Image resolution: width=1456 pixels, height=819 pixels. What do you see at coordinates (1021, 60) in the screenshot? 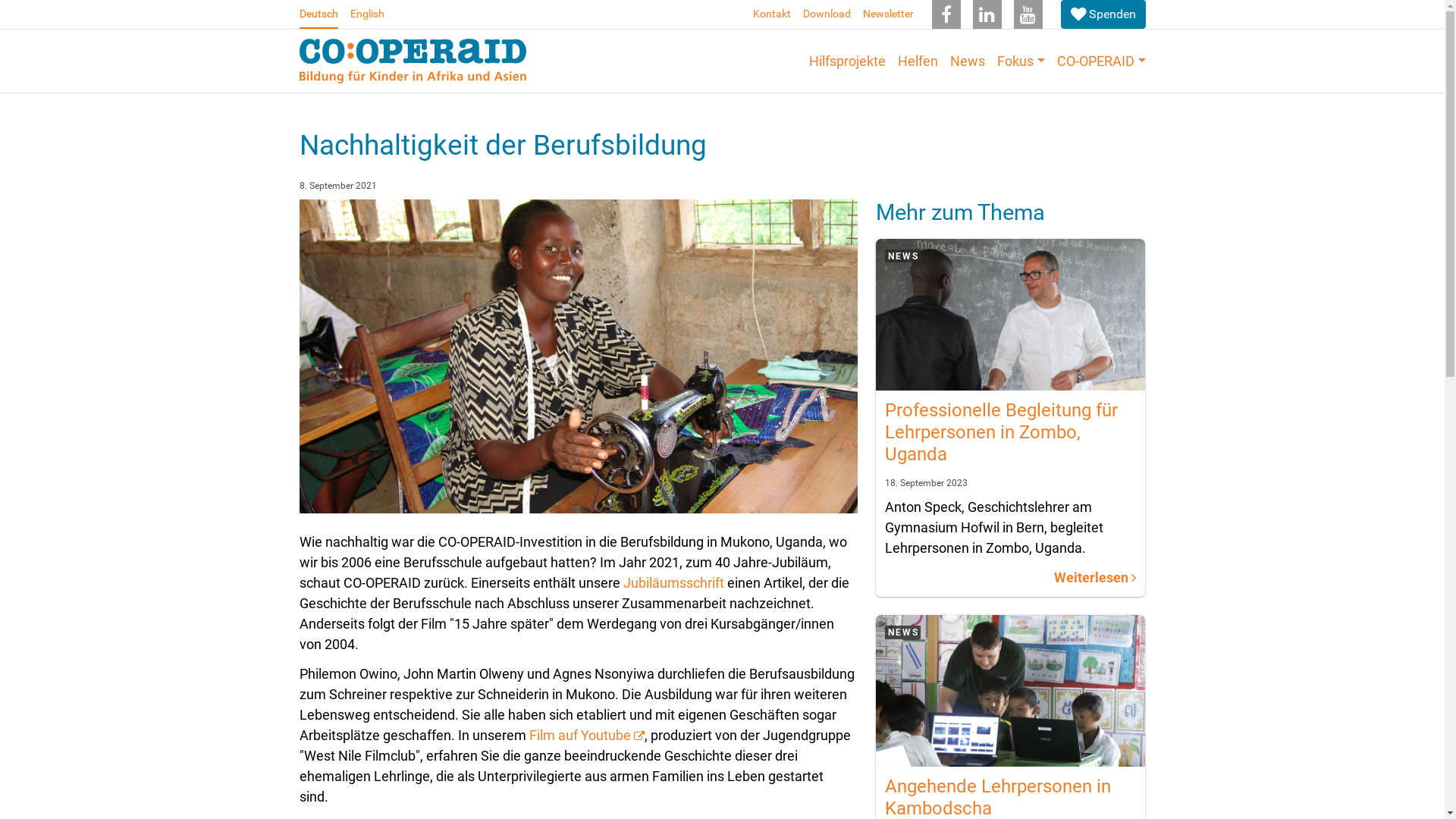
I see `'Fokus'` at bounding box center [1021, 60].